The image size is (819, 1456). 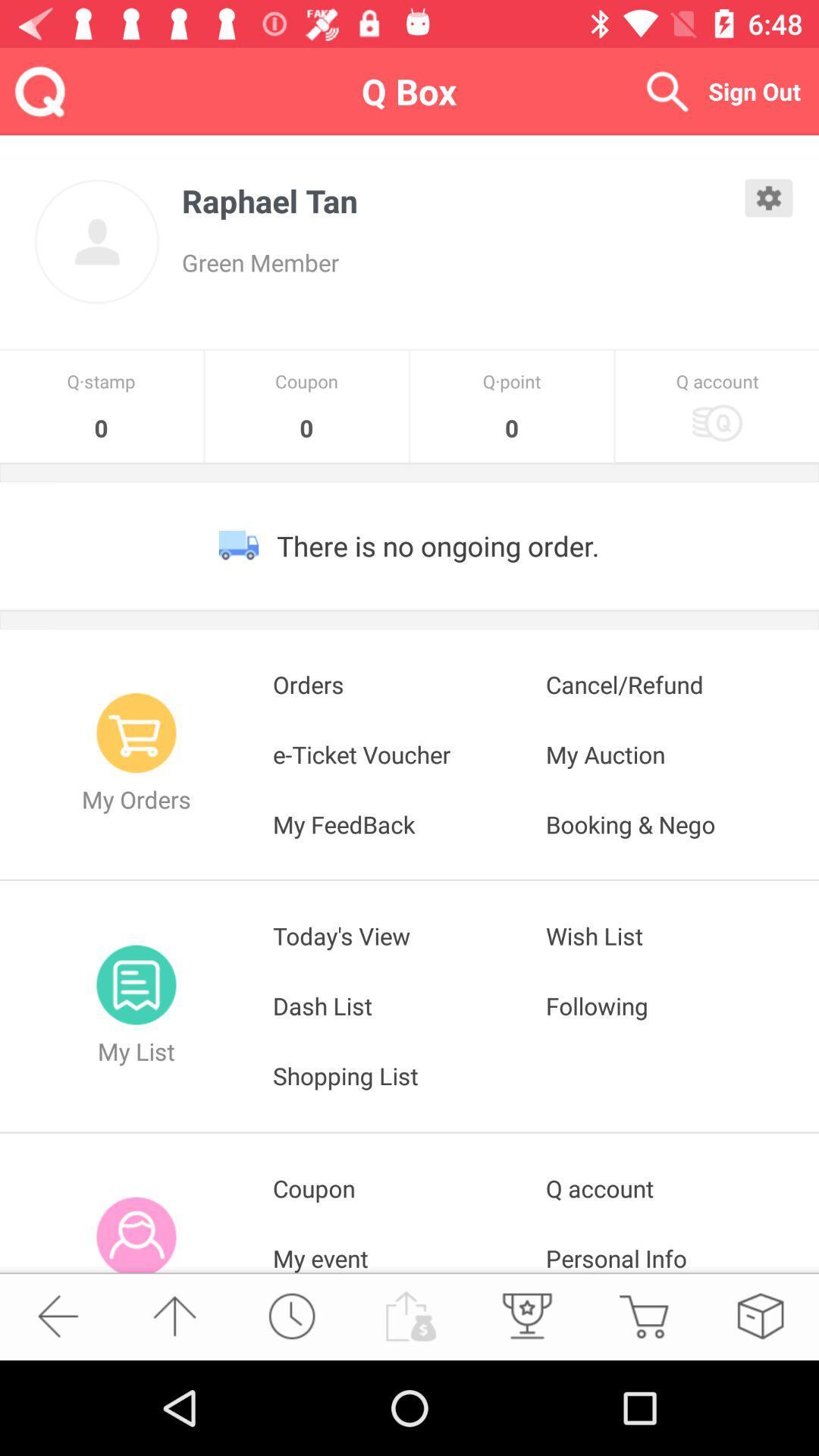 I want to click on the microphone icon, so click(x=525, y=1315).